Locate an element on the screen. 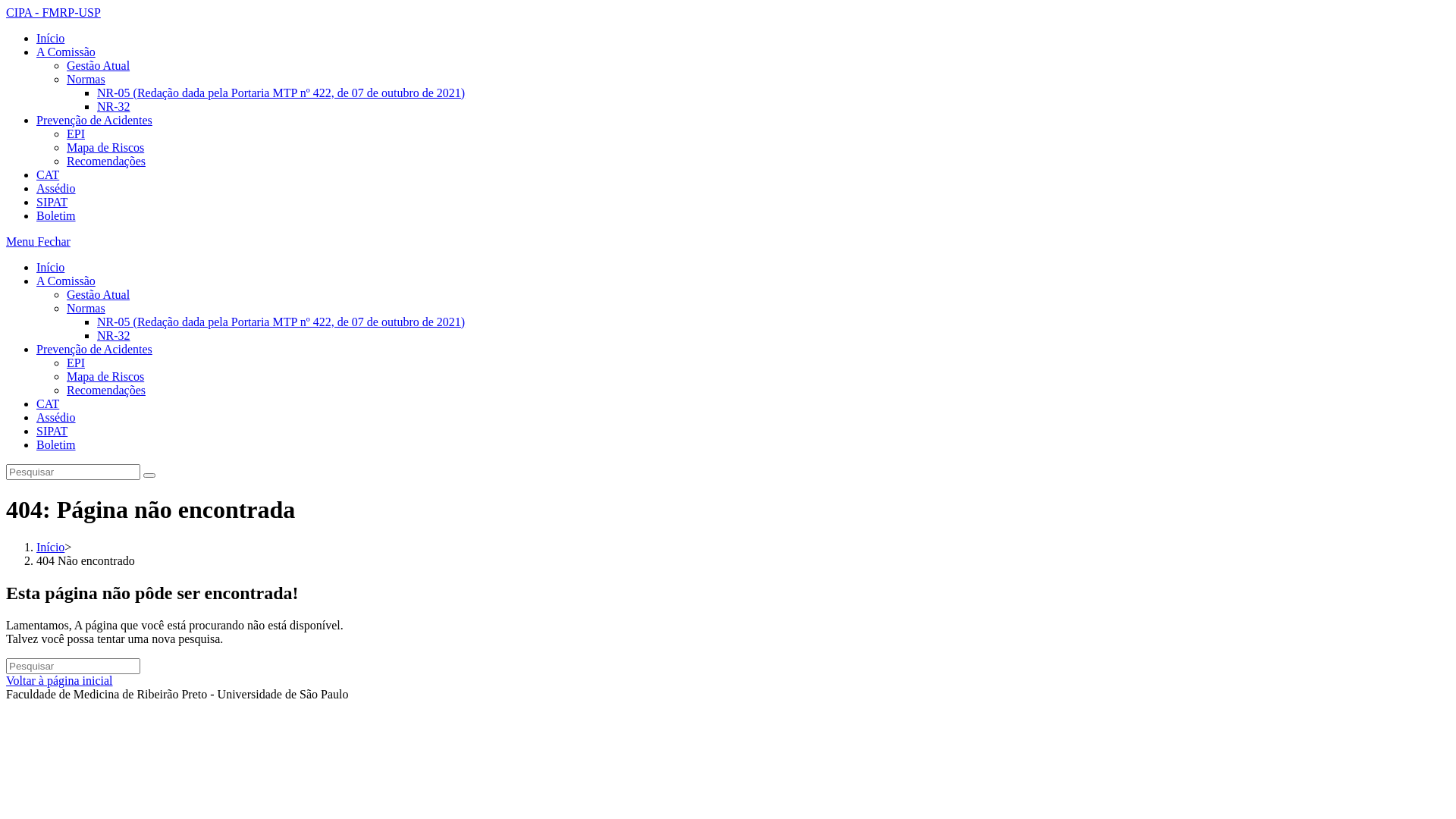  'Menu Fechar' is located at coordinates (38, 240).